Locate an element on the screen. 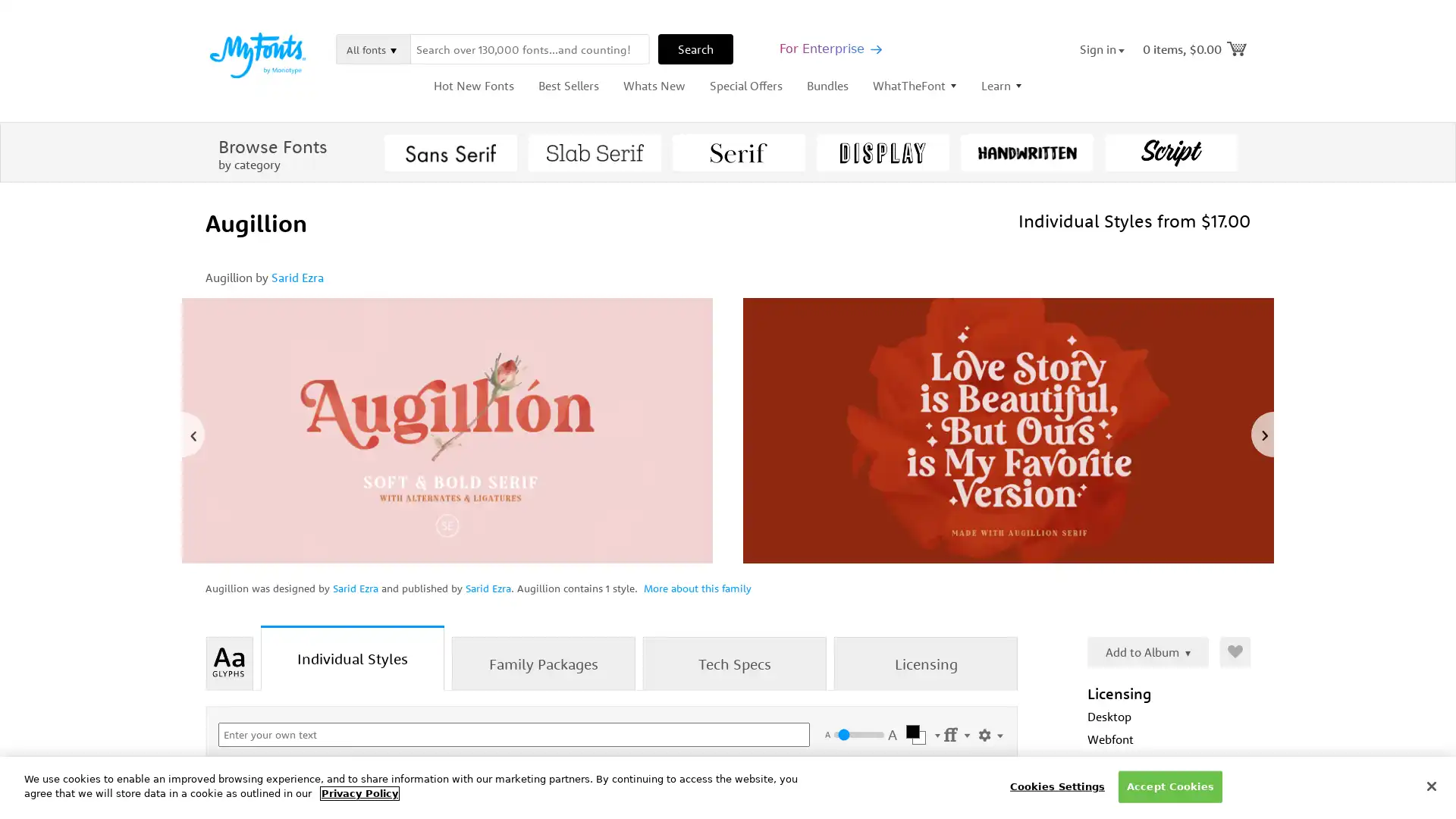 The width and height of the screenshot is (1456, 819). Settings Menu is located at coordinates (956, 734).